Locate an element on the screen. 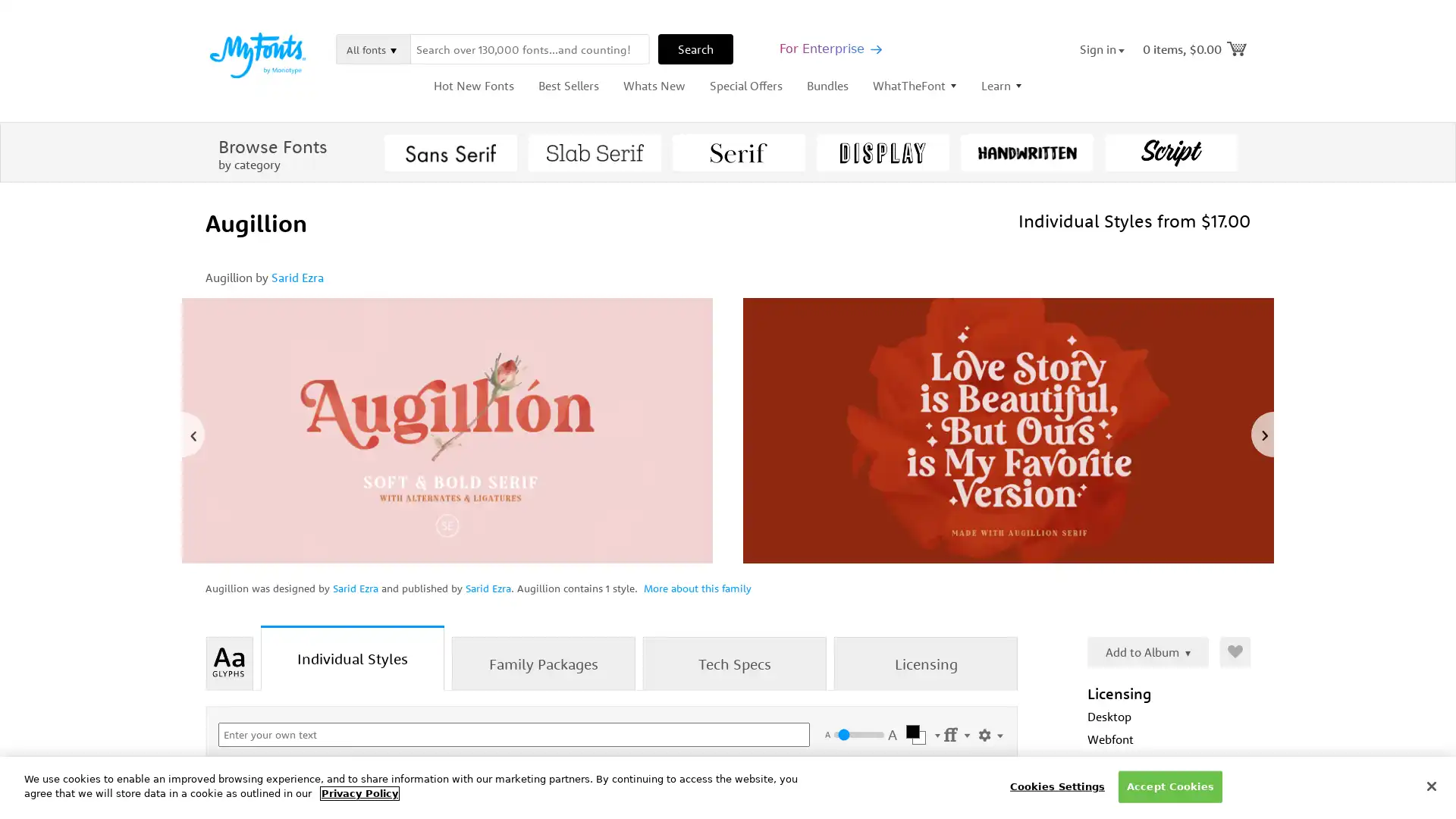 The width and height of the screenshot is (1456, 819). Settings Menu is located at coordinates (956, 734).